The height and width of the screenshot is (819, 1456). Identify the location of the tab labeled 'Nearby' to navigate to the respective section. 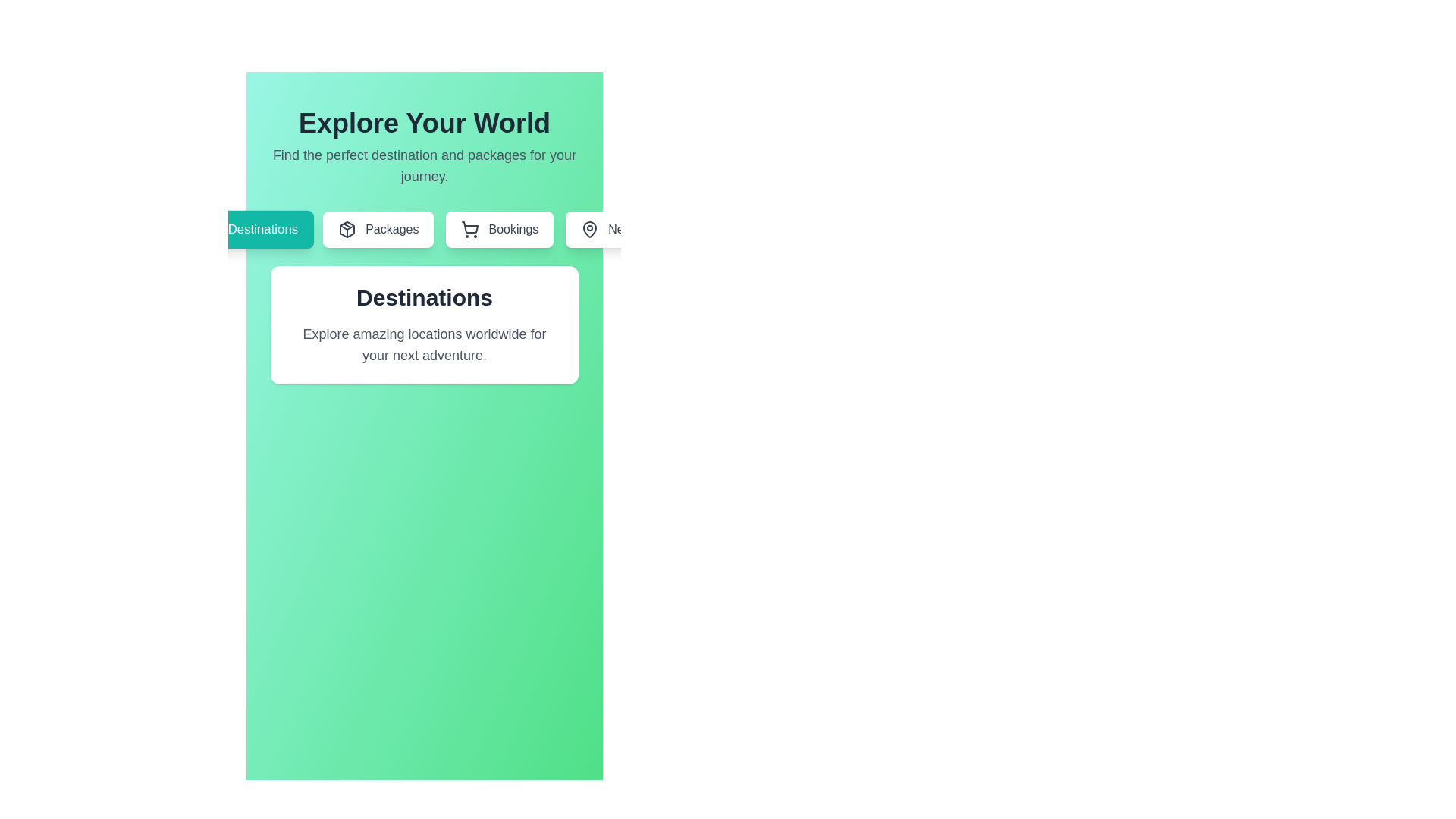
(614, 230).